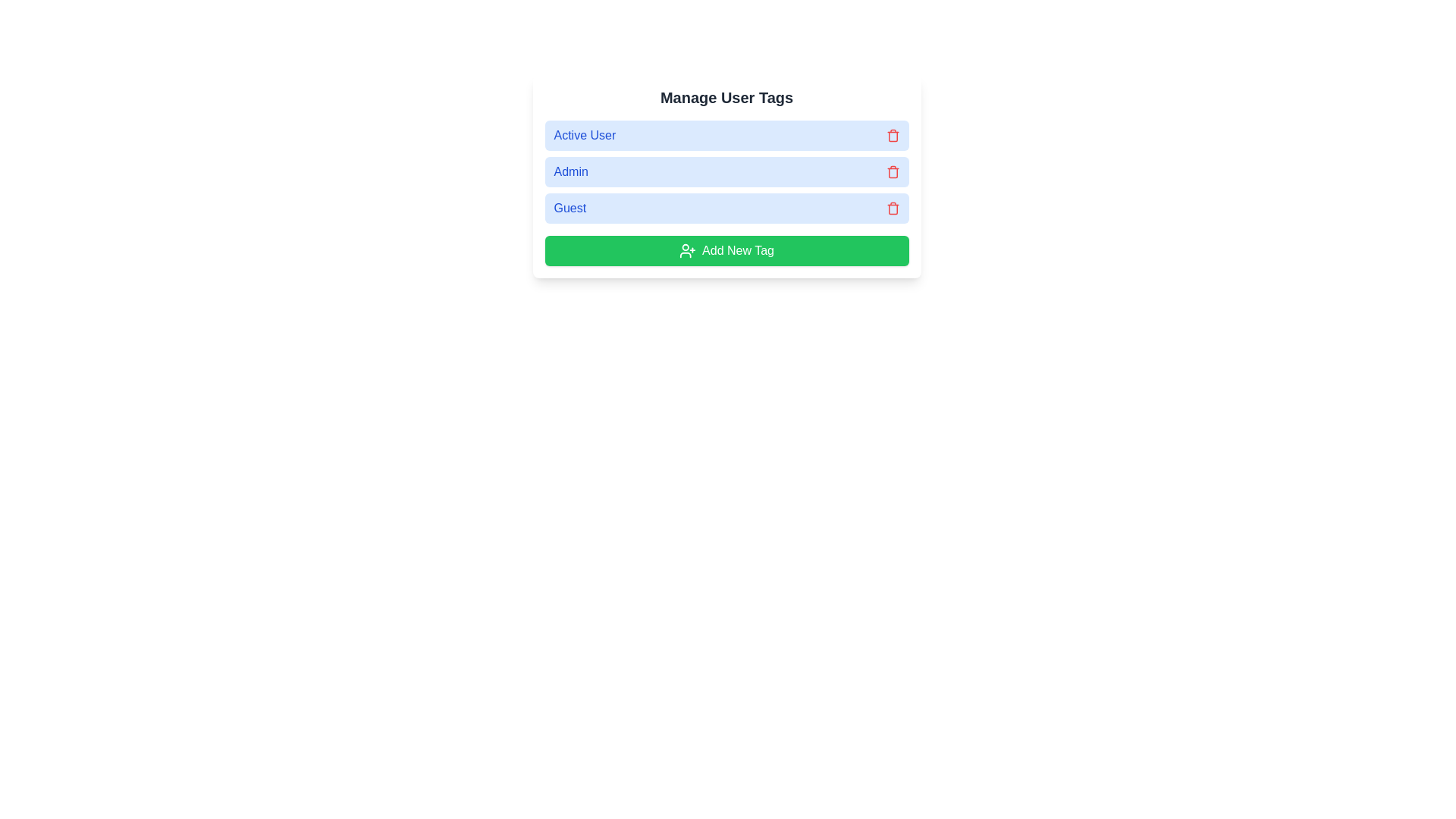 The image size is (1456, 819). Describe the element at coordinates (893, 208) in the screenshot. I see `the red trash can icon button located near the right end of the 'Guest' label row in the 'Manage User Tags' section` at that location.